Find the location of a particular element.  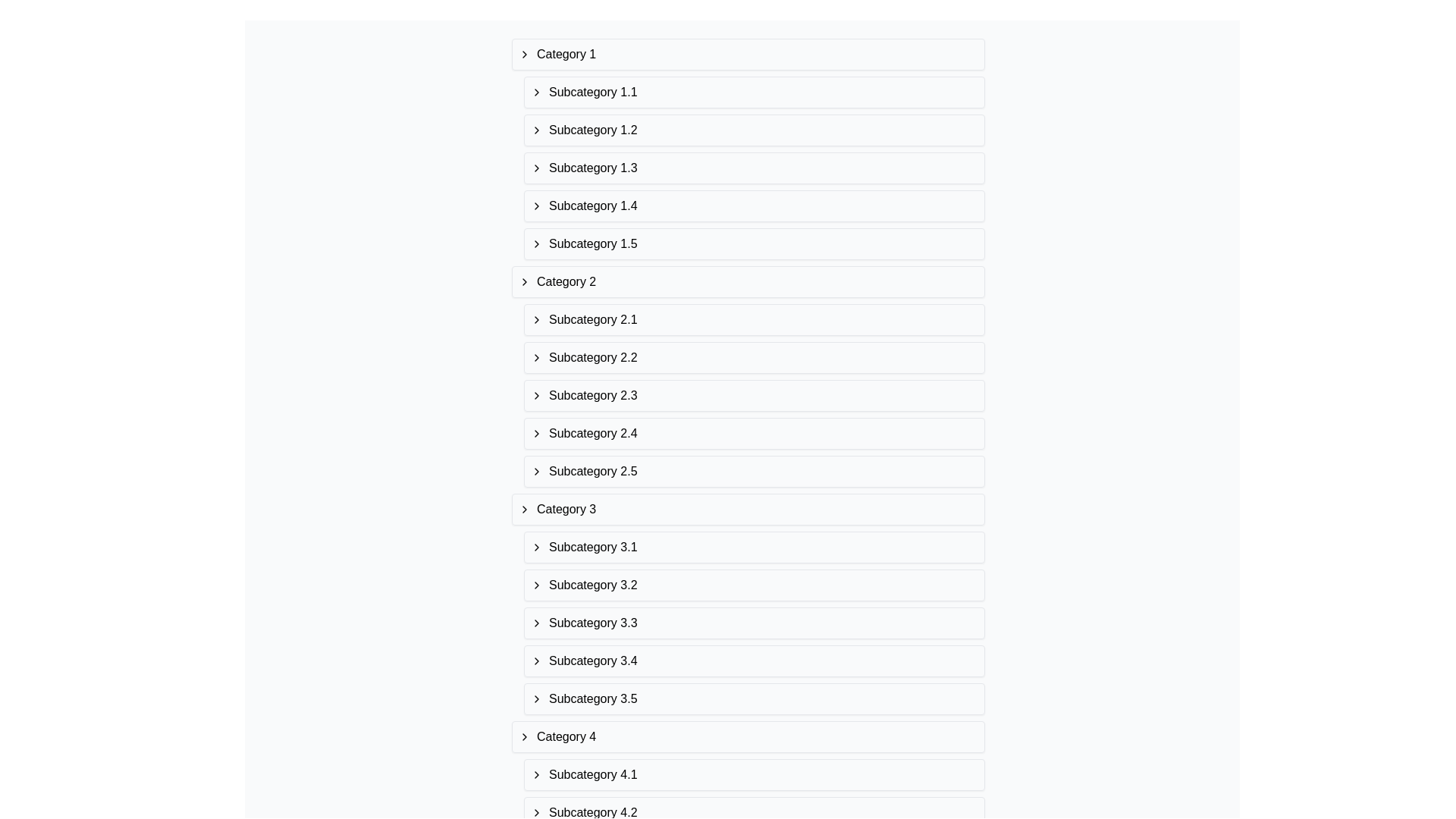

the third entry ('Subcategory 2.3') in the hierarchical menu list, positioned between 'Subcategory 2.2' and 'Subcategory 2.4' is located at coordinates (754, 394).